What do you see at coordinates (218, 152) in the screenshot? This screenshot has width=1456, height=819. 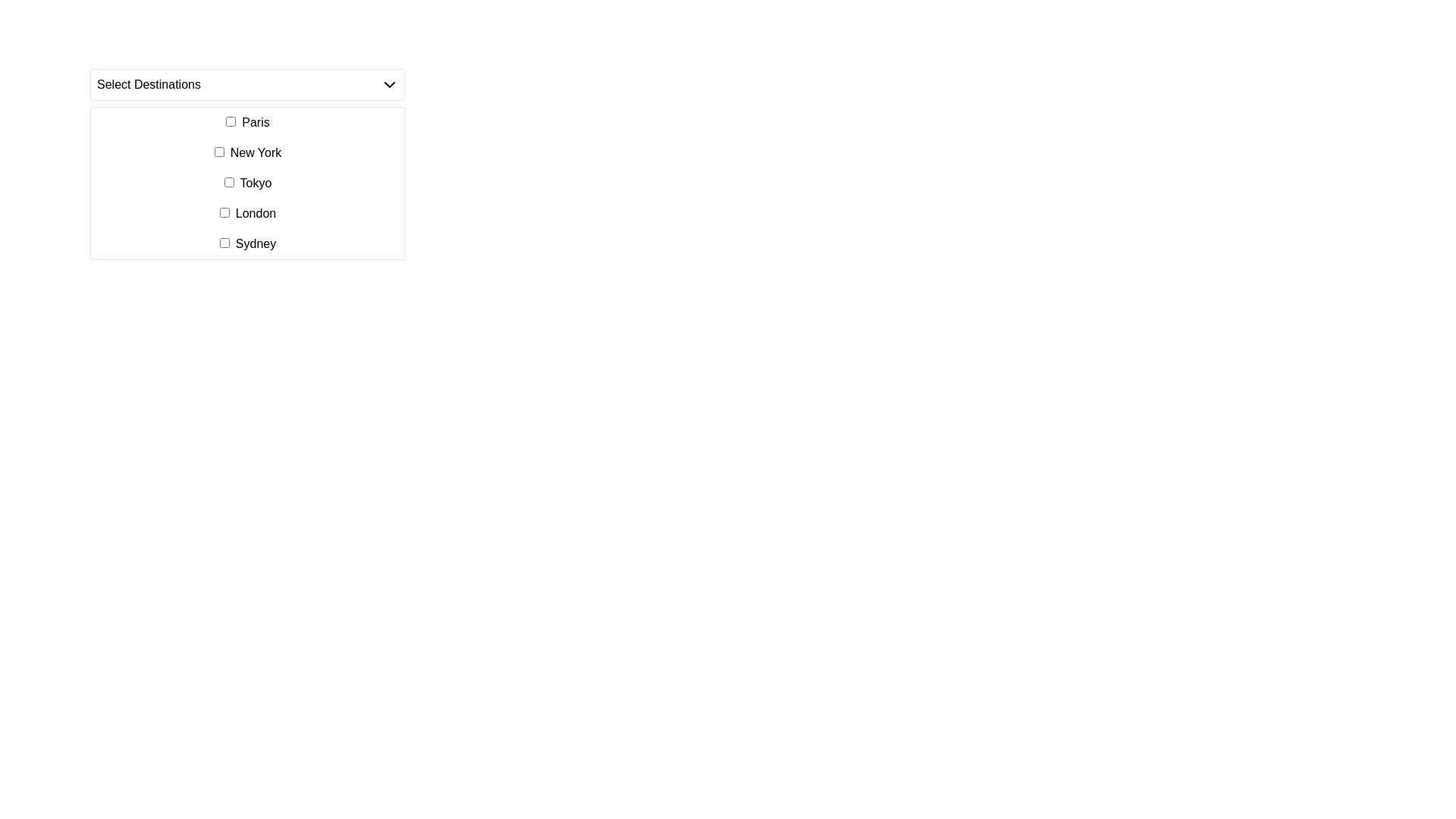 I see `the checkbox located to the left of the 'New York' label in the vertical list of options for keyboard interaction` at bounding box center [218, 152].